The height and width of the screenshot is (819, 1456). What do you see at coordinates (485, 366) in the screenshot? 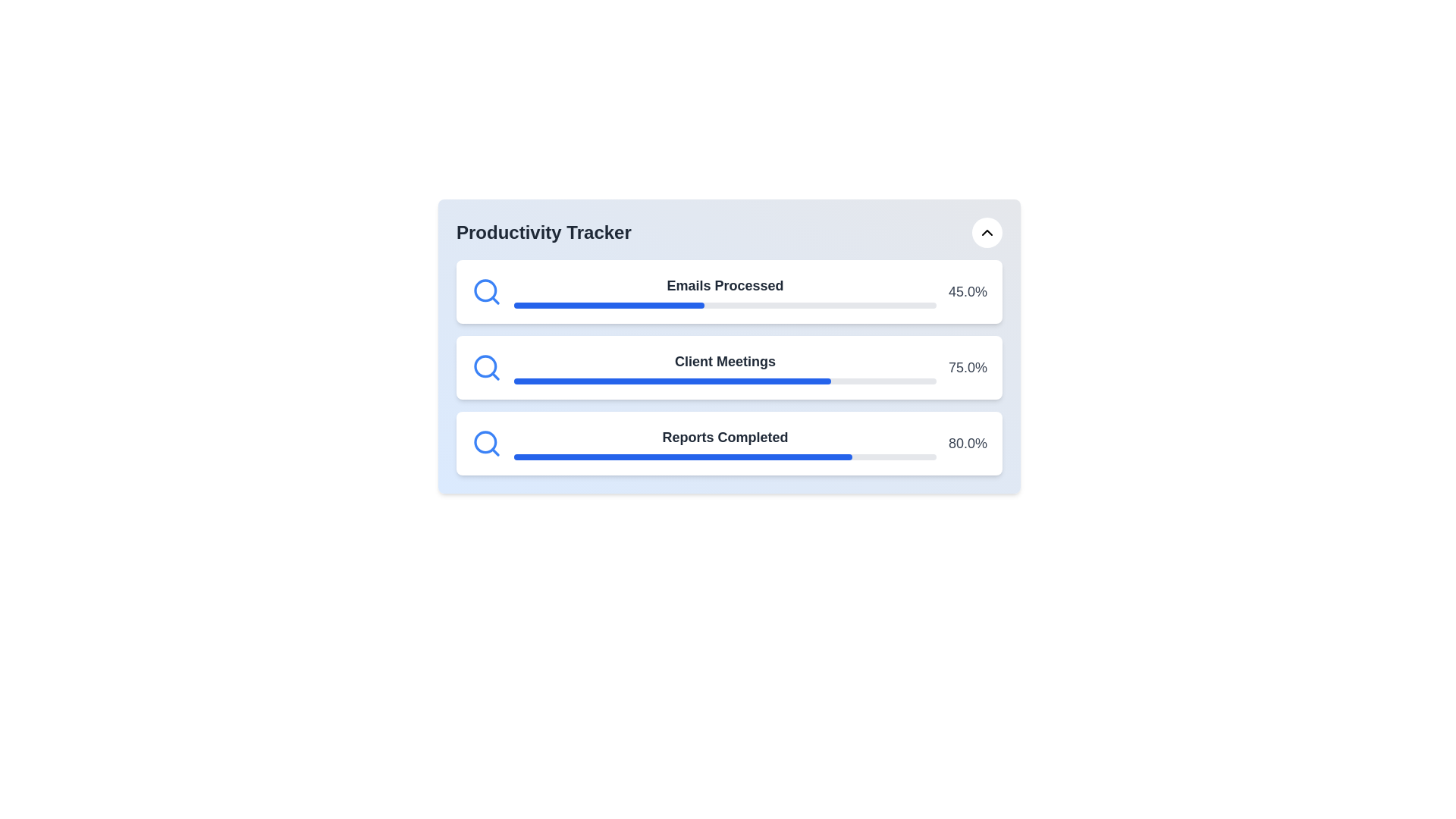
I see `the circular shape representing the lens of the magnifying-glass icon associated with 'Client Meetings', the second entry in the productivity tracker panel` at bounding box center [485, 366].